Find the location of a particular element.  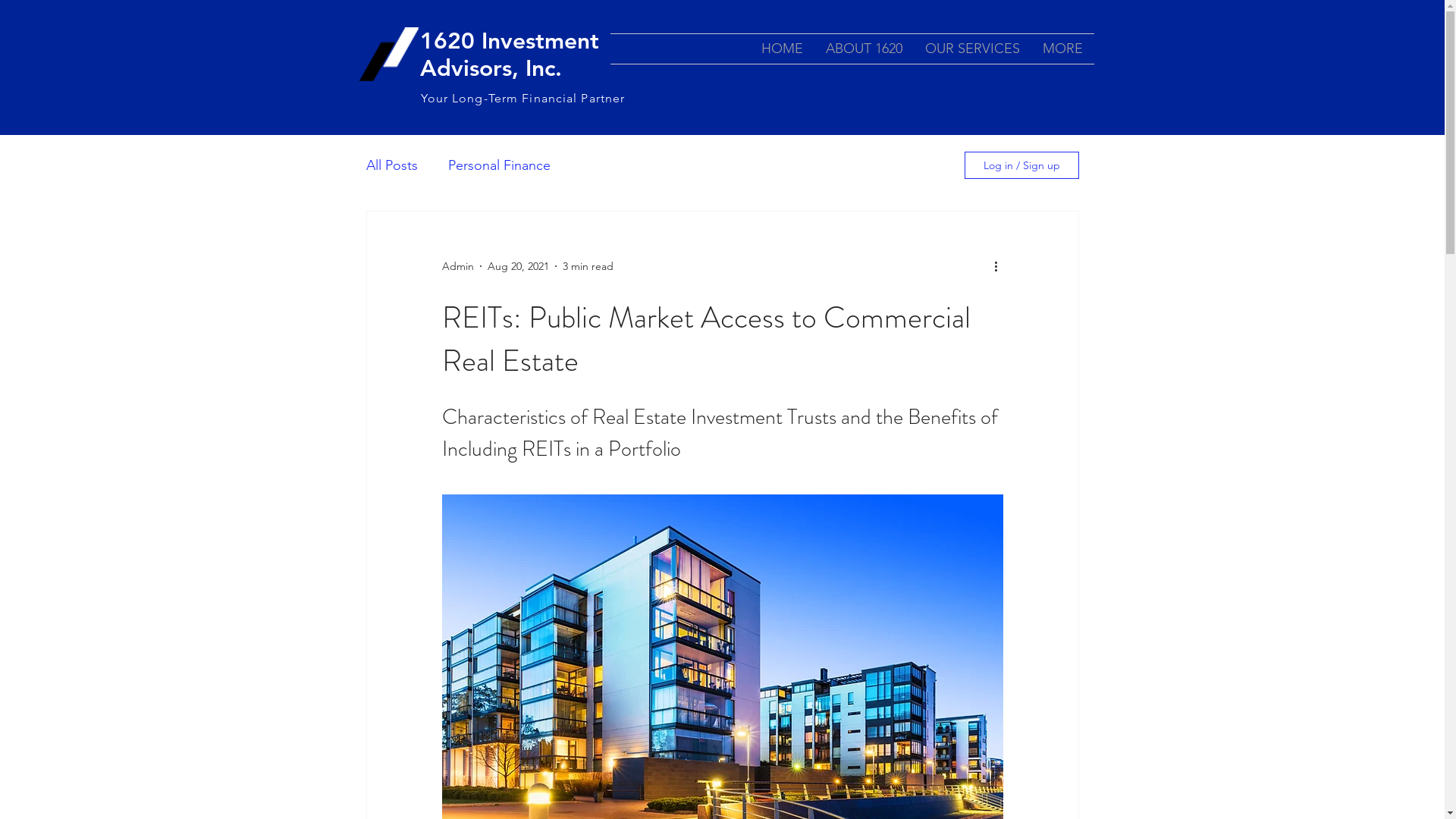

'Your Long-Term Financial Partner' is located at coordinates (522, 98).